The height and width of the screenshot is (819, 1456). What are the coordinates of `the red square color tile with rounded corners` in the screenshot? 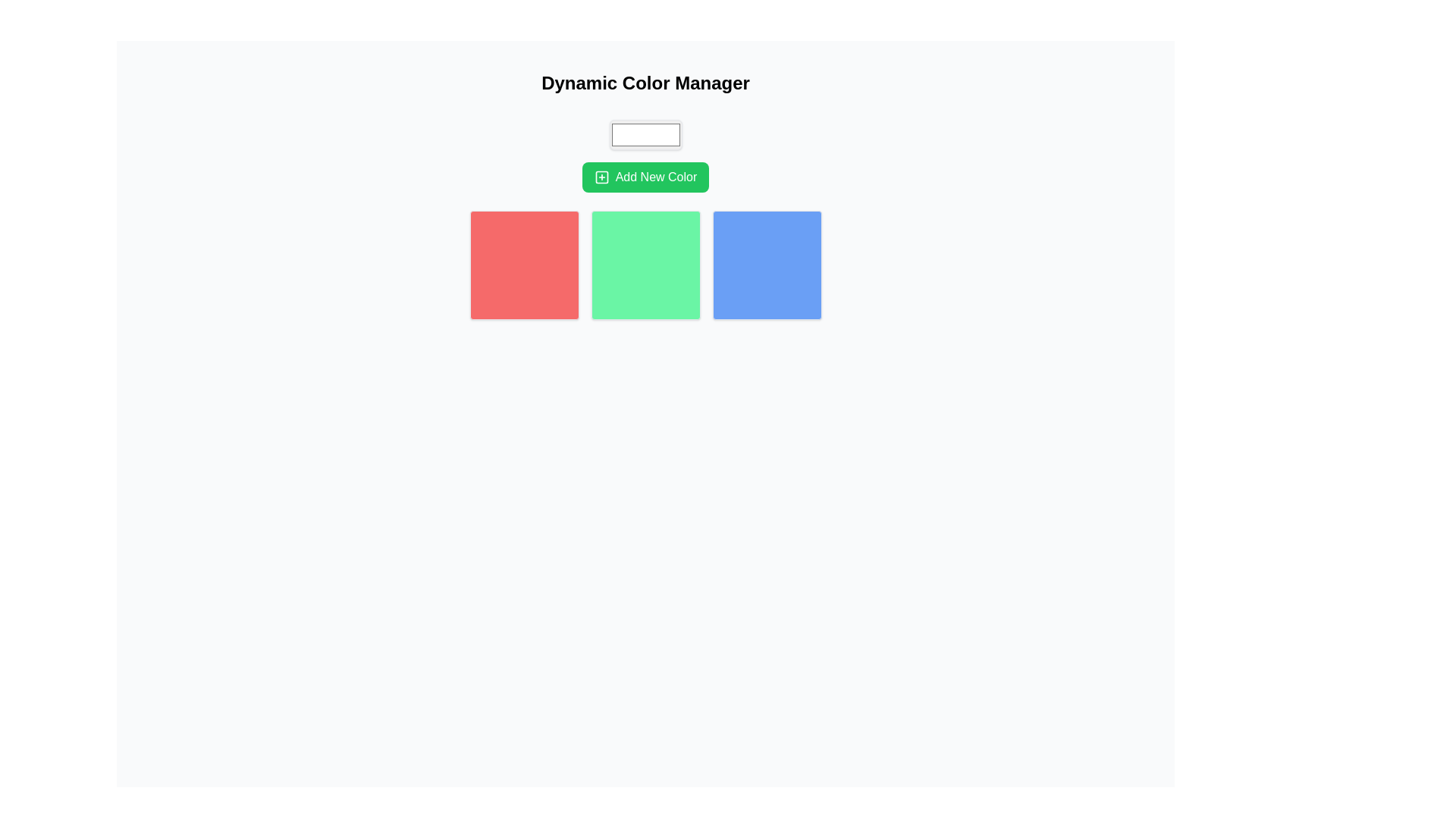 It's located at (524, 265).